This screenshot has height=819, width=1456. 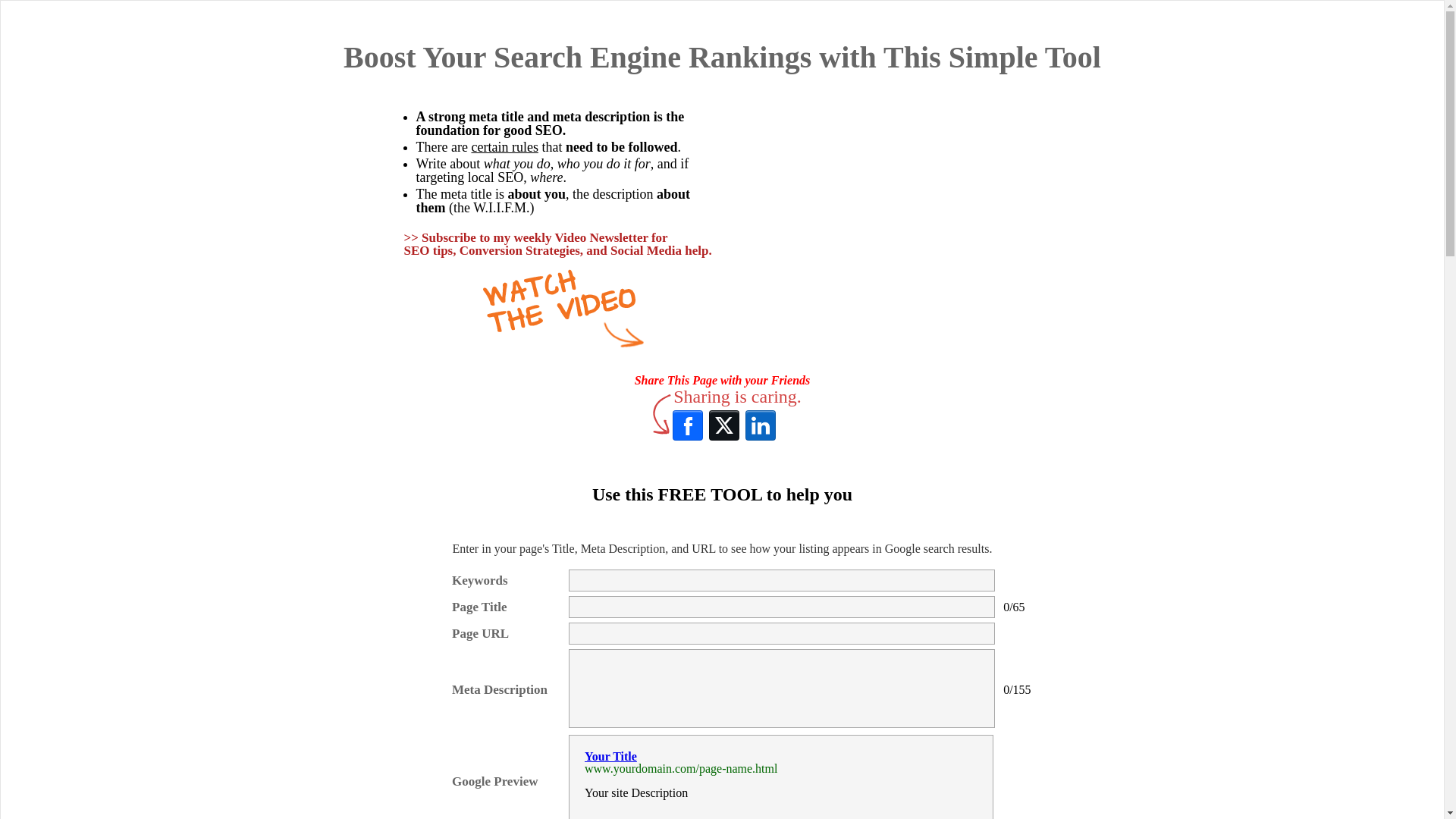 I want to click on 'Facebook', so click(x=687, y=425).